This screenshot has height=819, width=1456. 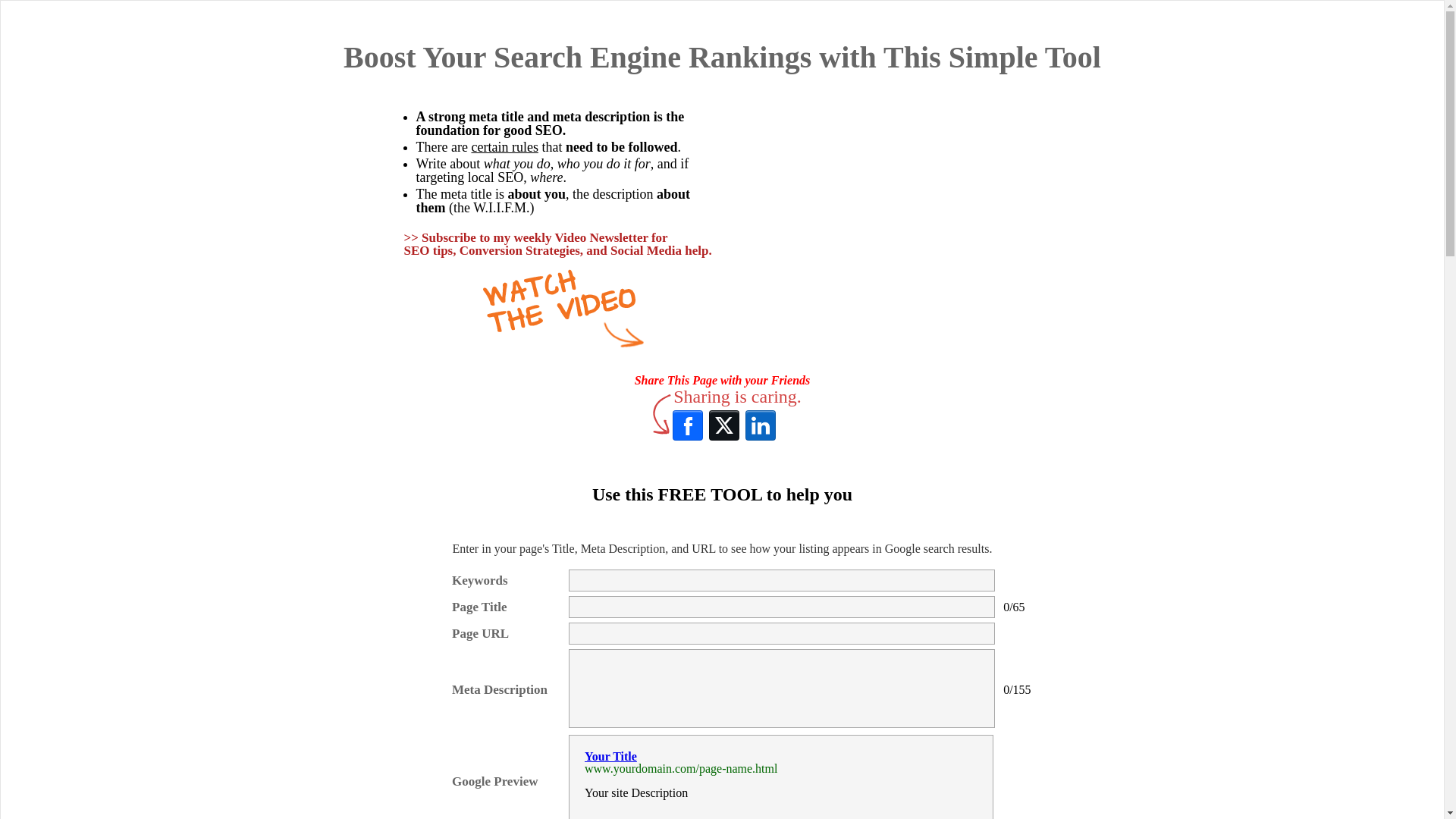 I want to click on 'Facebook', so click(x=687, y=425).